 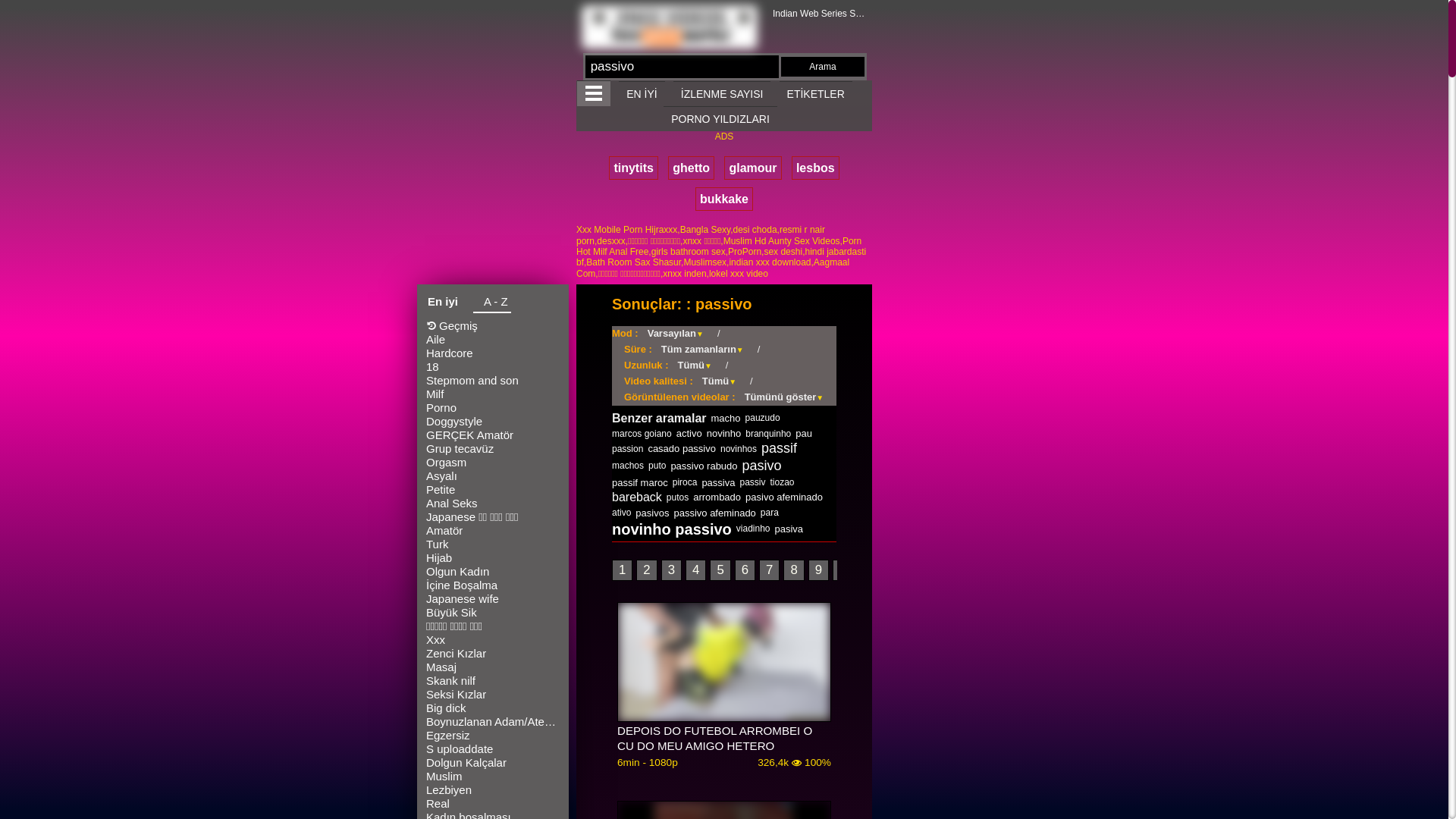 What do you see at coordinates (745, 570) in the screenshot?
I see `'6'` at bounding box center [745, 570].